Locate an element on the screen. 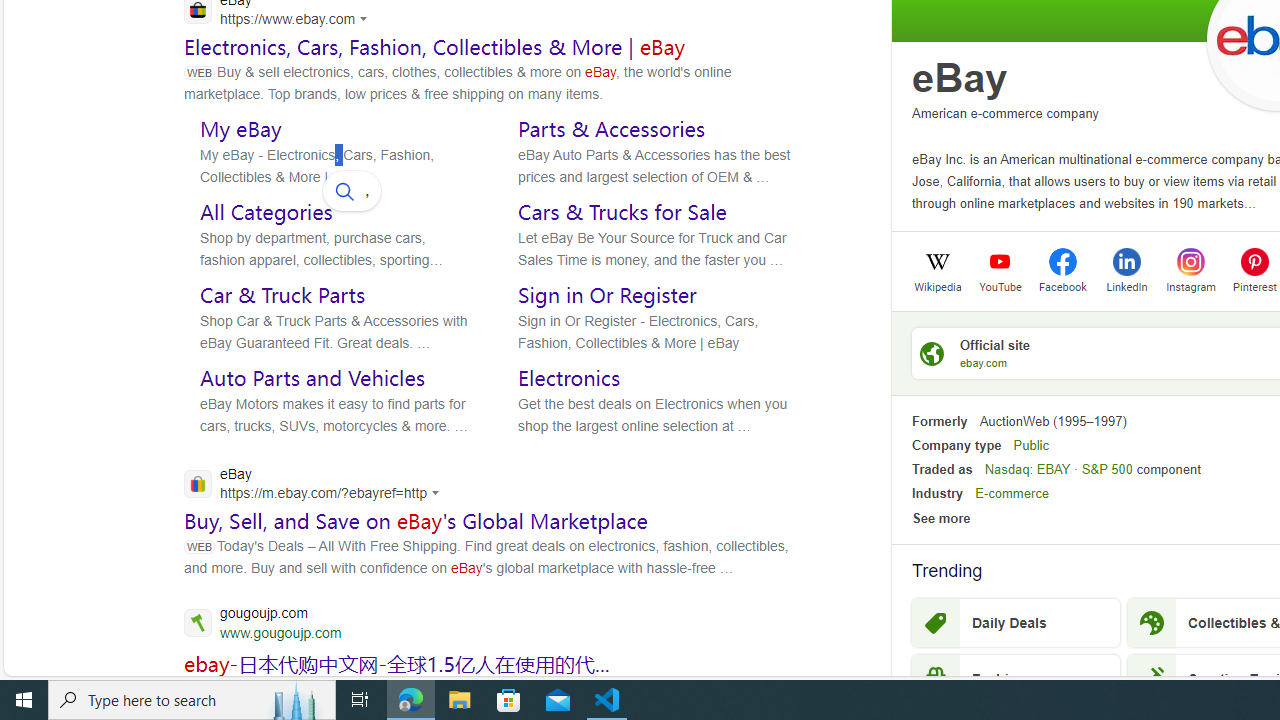 The height and width of the screenshot is (720, 1280). 'Instagram' is located at coordinates (1191, 285).